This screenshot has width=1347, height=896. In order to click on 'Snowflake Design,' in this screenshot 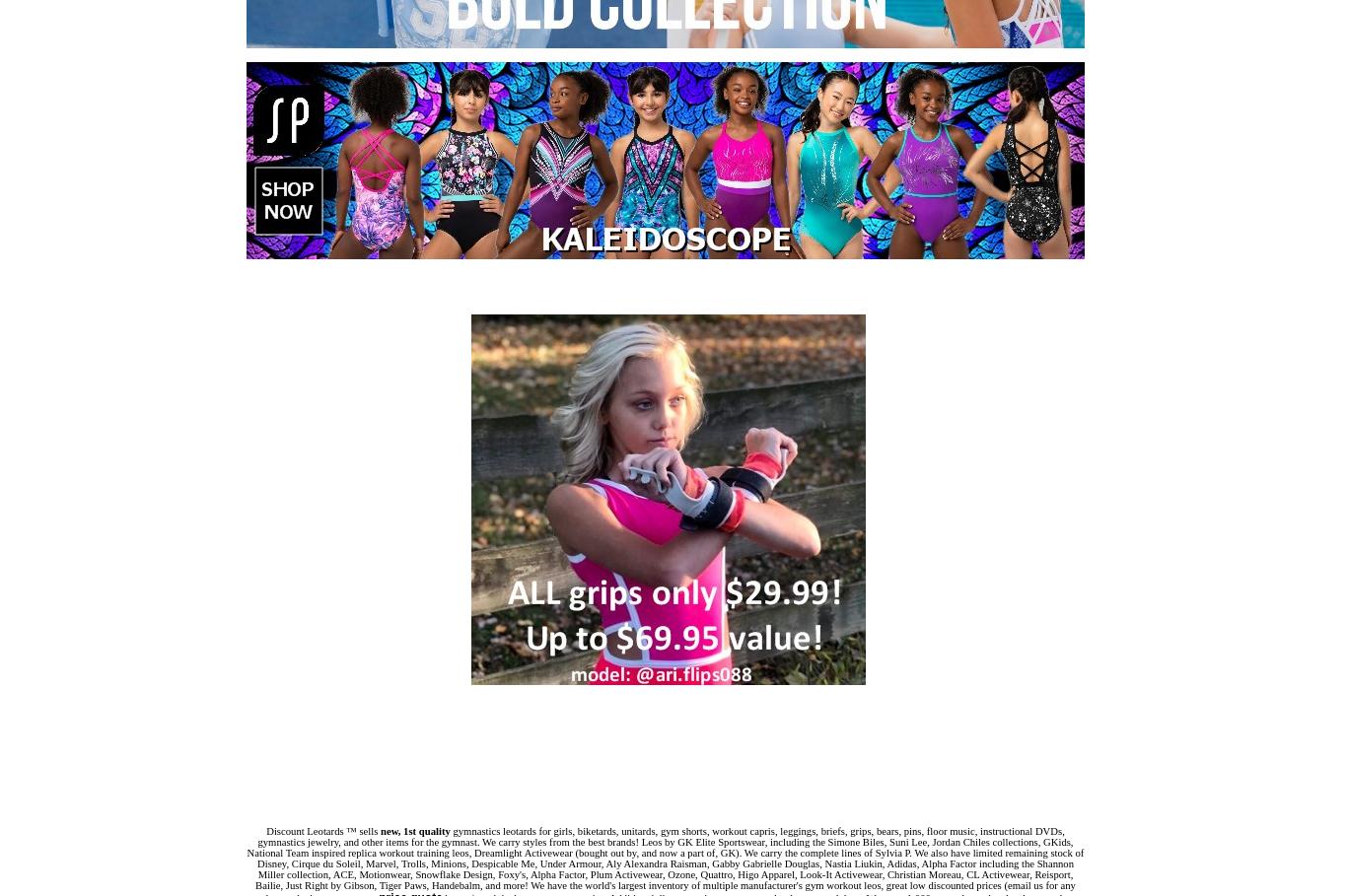, I will do `click(456, 874)`.